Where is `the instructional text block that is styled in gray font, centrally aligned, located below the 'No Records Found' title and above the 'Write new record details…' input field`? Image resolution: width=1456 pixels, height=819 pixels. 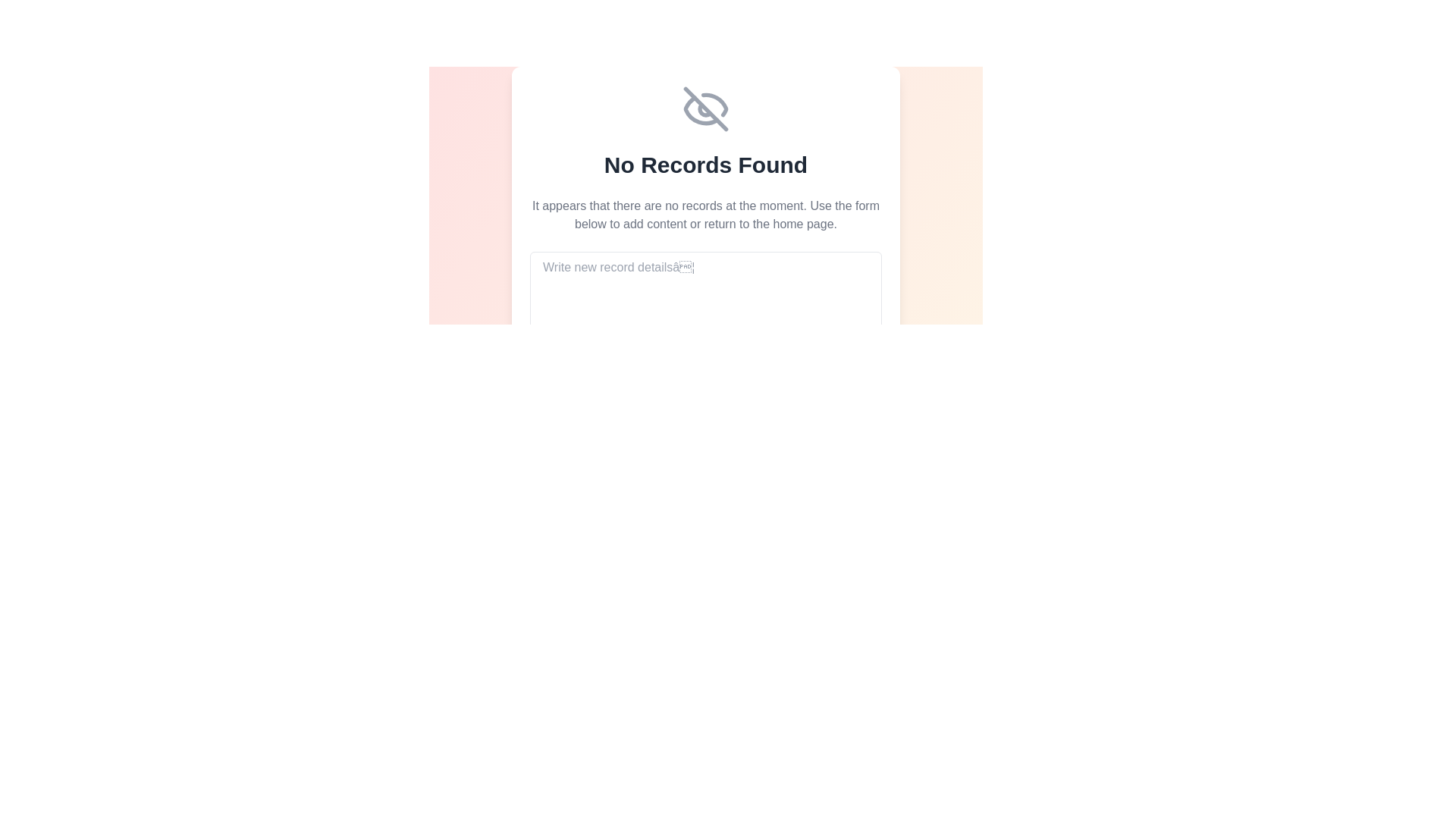 the instructional text block that is styled in gray font, centrally aligned, located below the 'No Records Found' title and above the 'Write new record details…' input field is located at coordinates (705, 215).